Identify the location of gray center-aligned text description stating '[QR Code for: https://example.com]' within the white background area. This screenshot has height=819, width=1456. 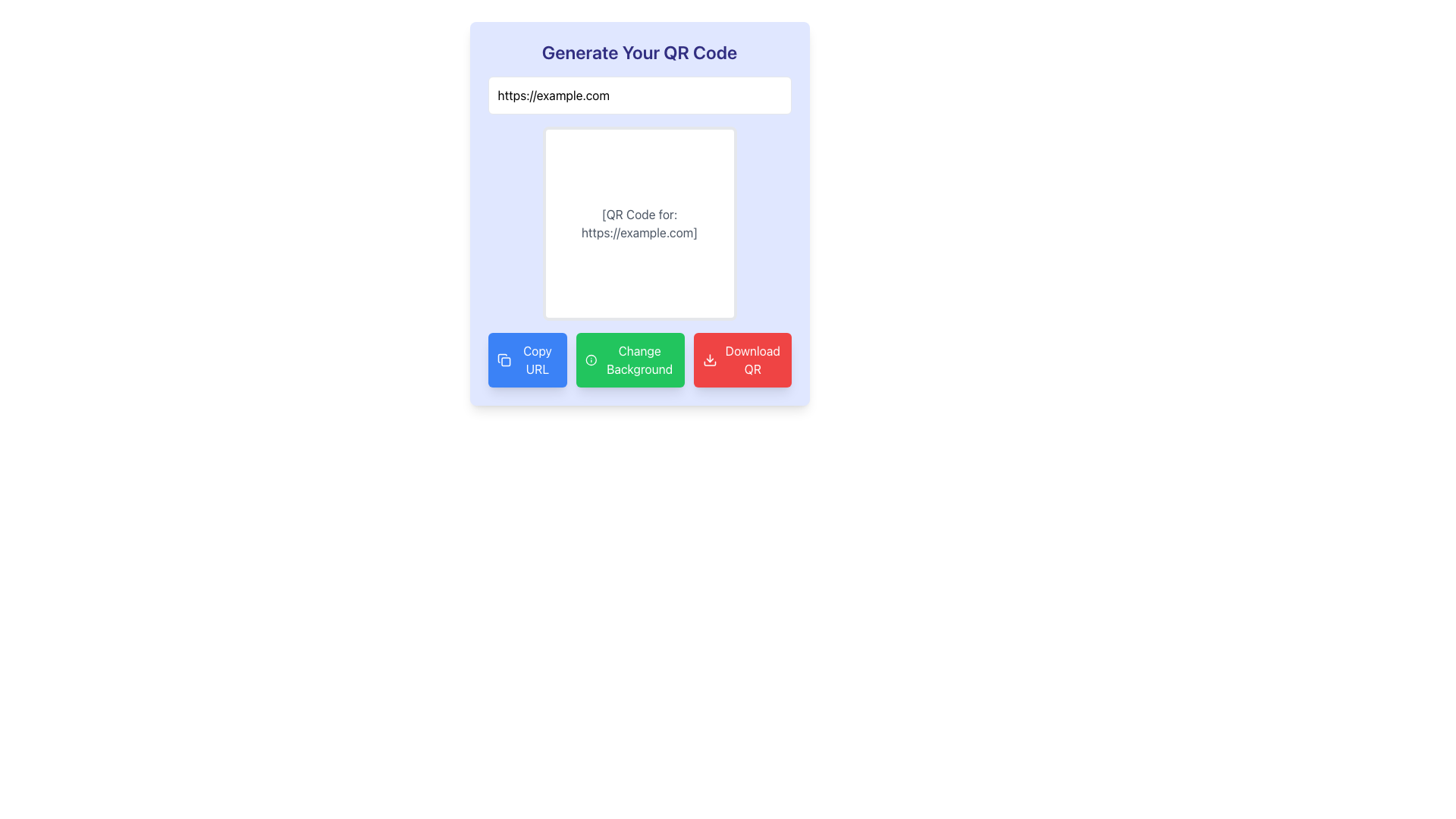
(639, 223).